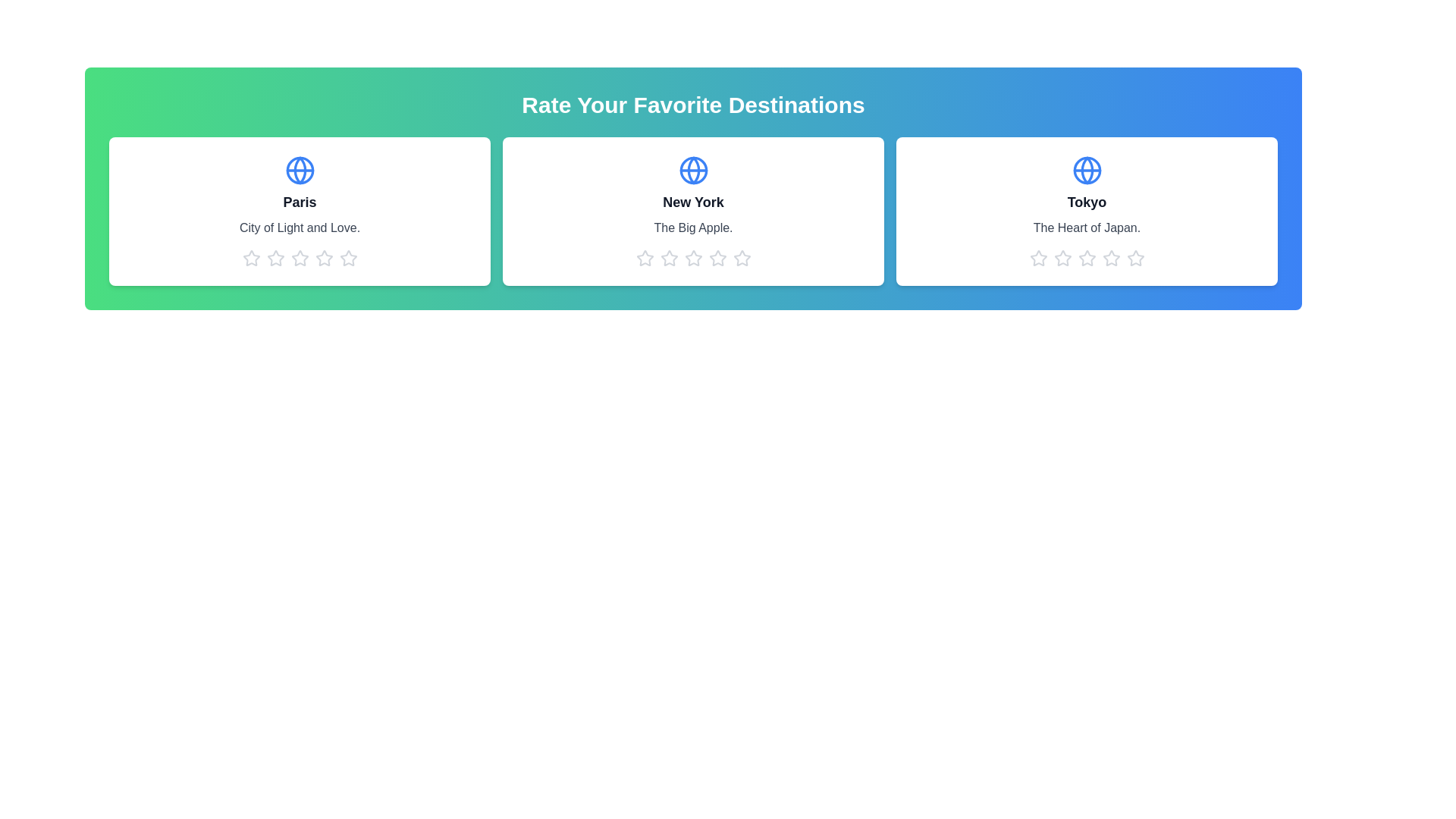 This screenshot has height=819, width=1456. Describe the element at coordinates (251, 257) in the screenshot. I see `the 1 star icon for the destination Paris` at that location.